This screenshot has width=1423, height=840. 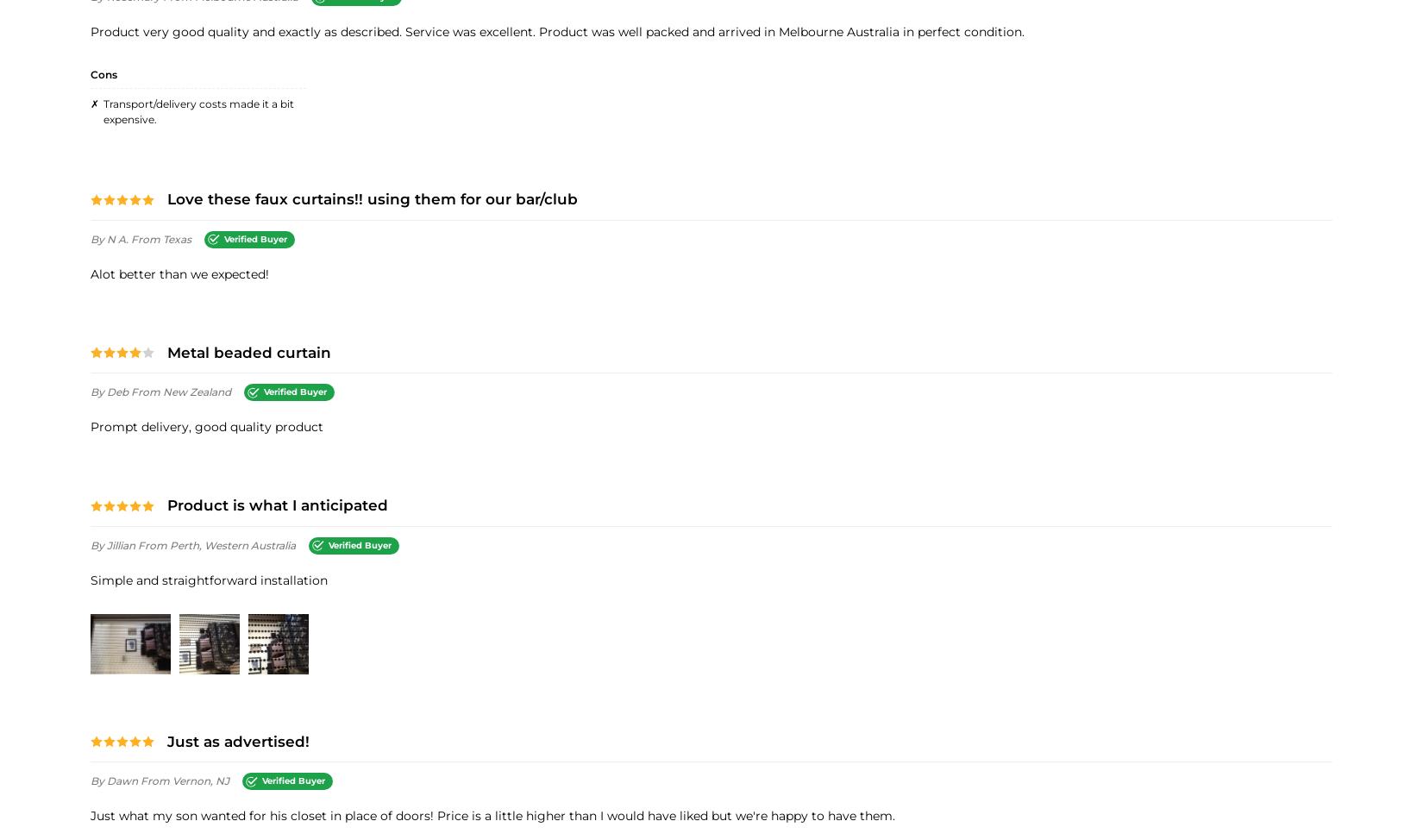 What do you see at coordinates (167, 740) in the screenshot?
I see `'Just as advertised!'` at bounding box center [167, 740].